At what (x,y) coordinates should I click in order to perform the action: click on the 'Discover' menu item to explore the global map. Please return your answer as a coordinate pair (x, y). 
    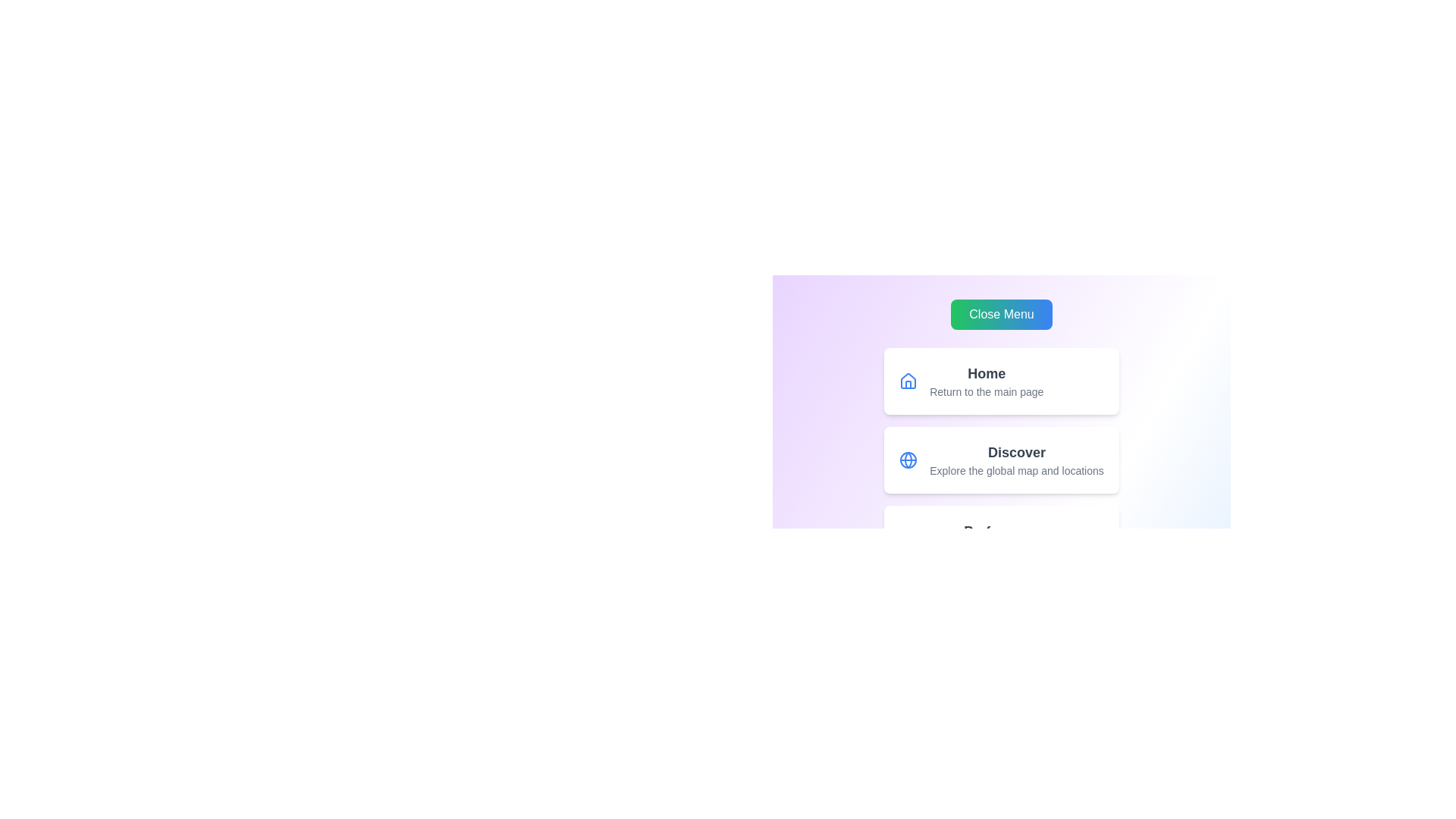
    Looking at the image, I should click on (1001, 459).